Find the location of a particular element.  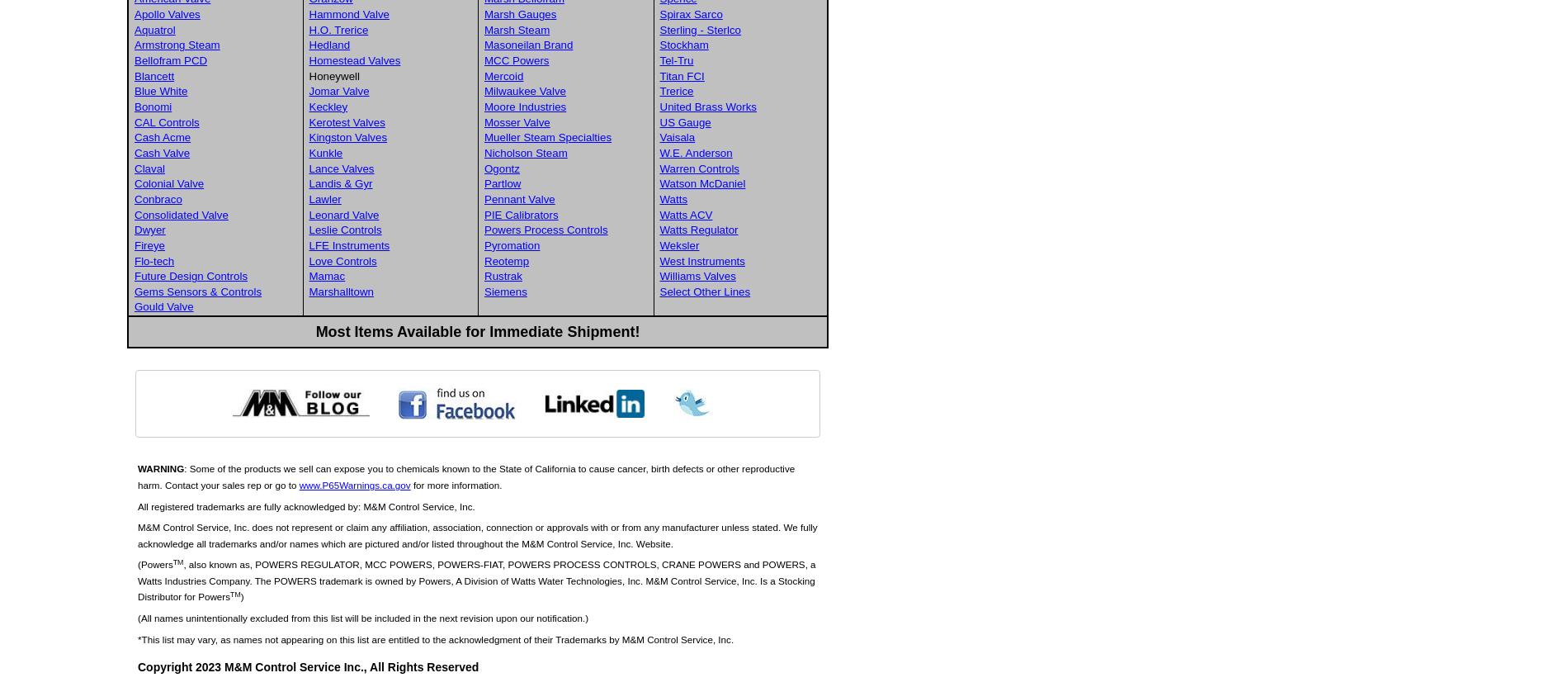

'Armstrong Steam' is located at coordinates (177, 44).